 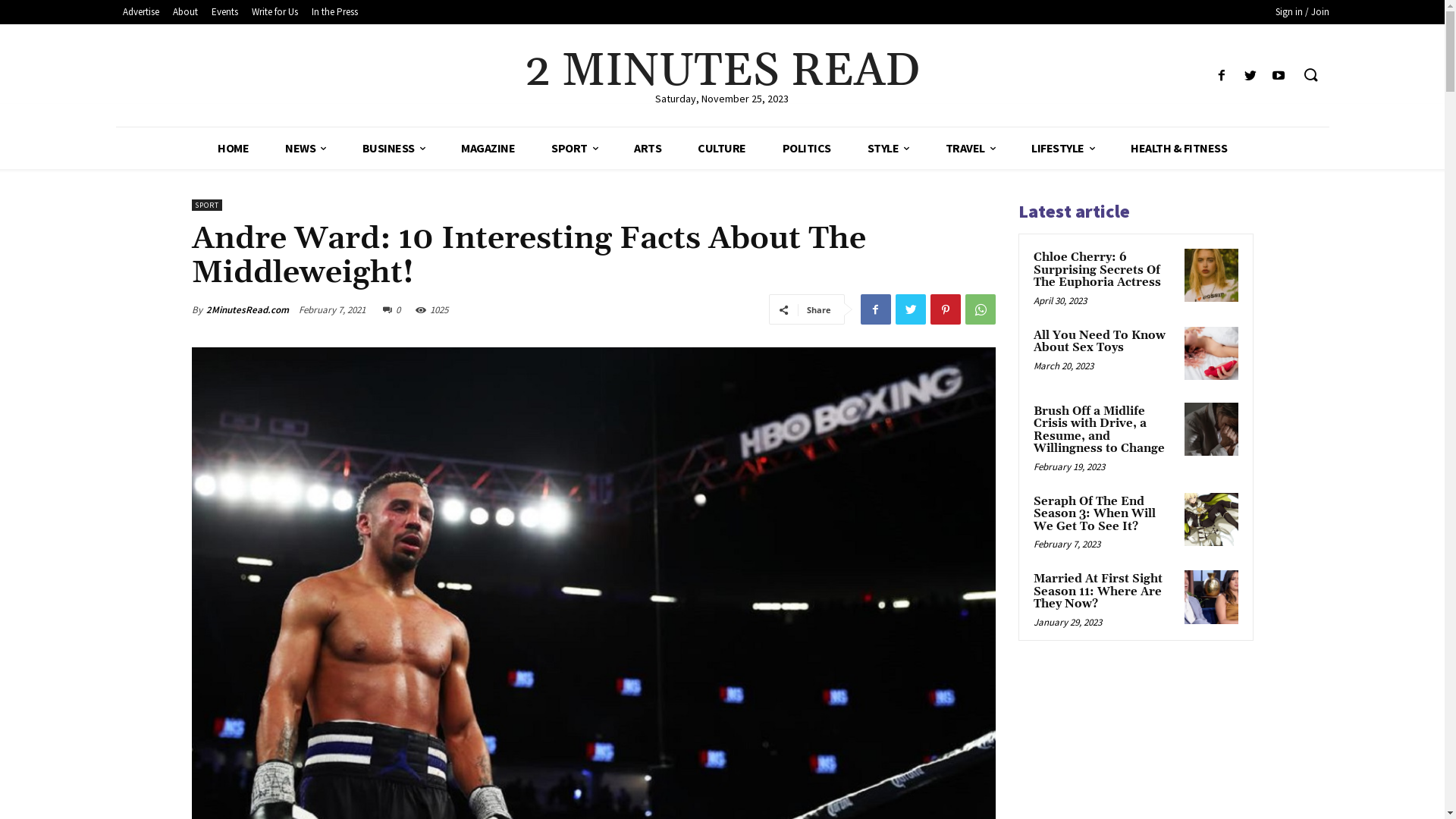 What do you see at coordinates (1099, 342) in the screenshot?
I see `'All You Need To Know About Sex Toys'` at bounding box center [1099, 342].